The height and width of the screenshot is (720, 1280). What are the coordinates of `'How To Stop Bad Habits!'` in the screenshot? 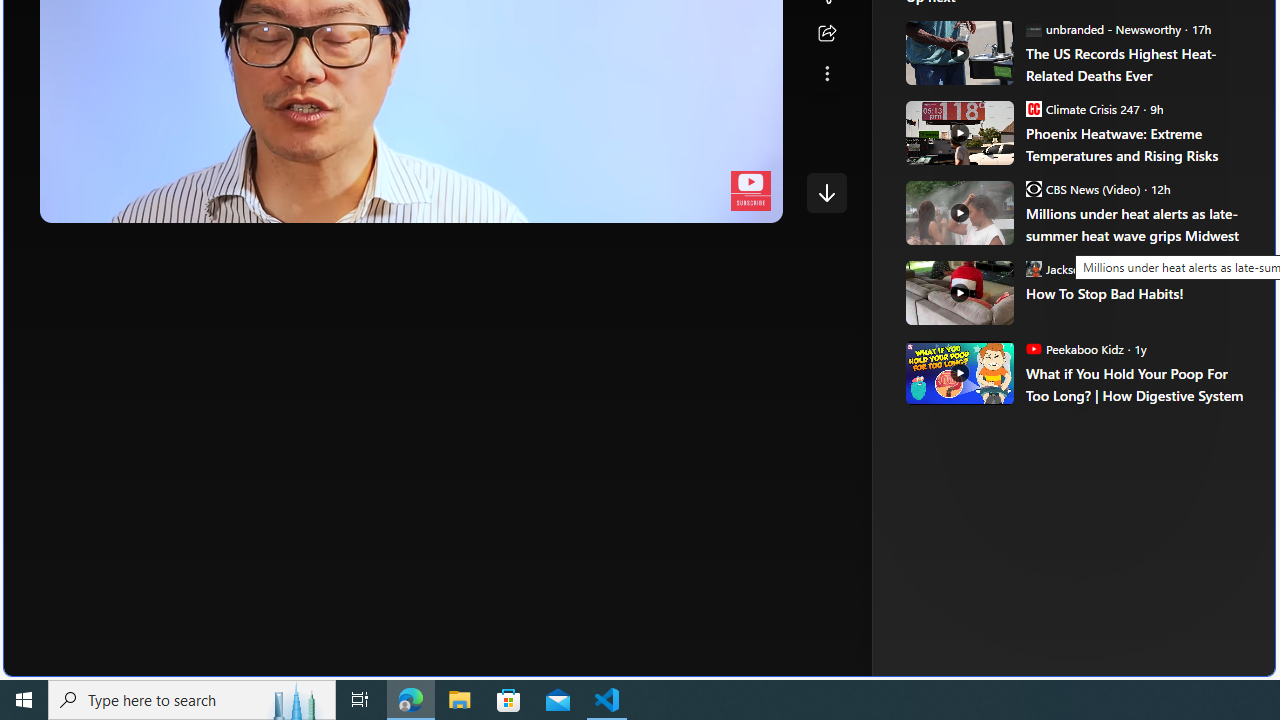 It's located at (1136, 293).